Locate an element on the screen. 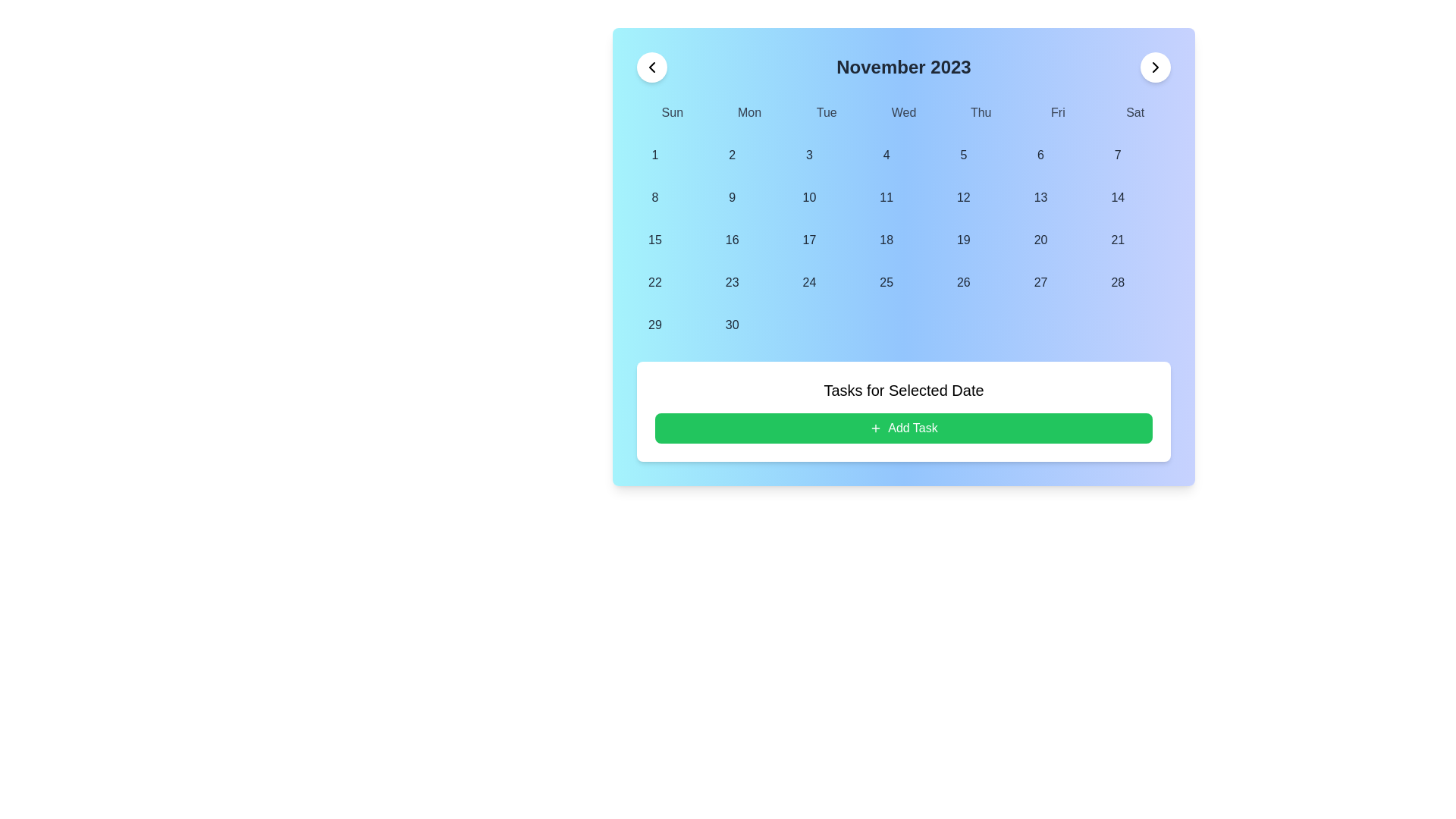 This screenshot has width=1456, height=819. the interactive calendar day button displaying '14' is located at coordinates (1118, 197).